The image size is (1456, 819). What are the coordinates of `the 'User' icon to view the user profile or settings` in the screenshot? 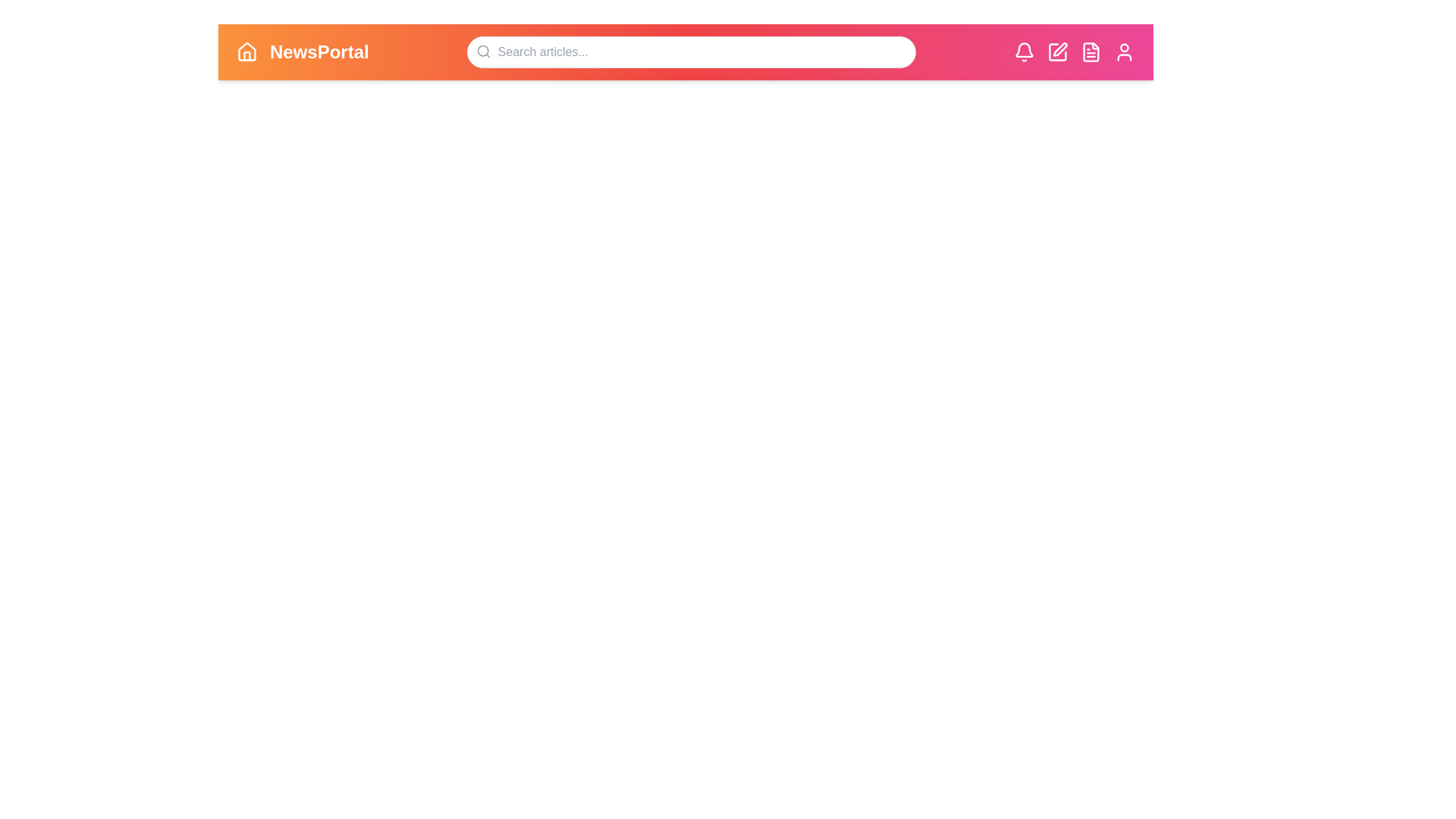 It's located at (1125, 52).